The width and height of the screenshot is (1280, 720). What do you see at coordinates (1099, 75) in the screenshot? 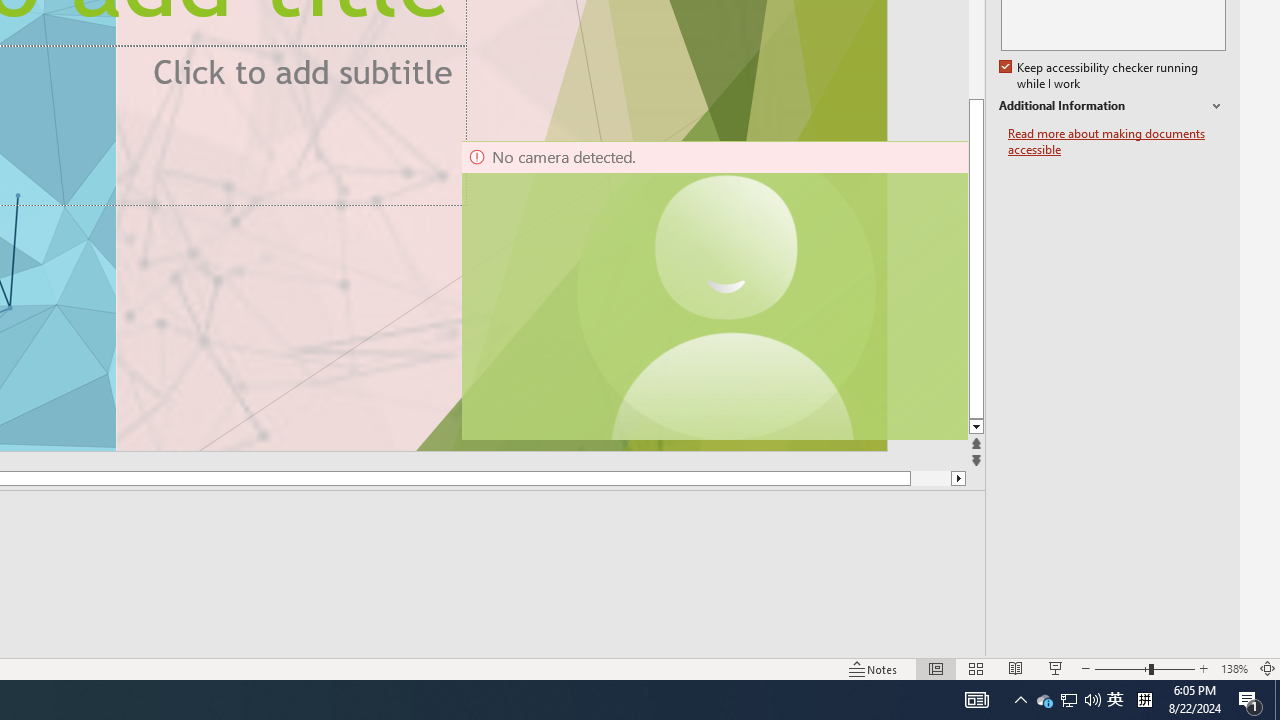
I see `'Keep accessibility checker running while I work'` at bounding box center [1099, 75].